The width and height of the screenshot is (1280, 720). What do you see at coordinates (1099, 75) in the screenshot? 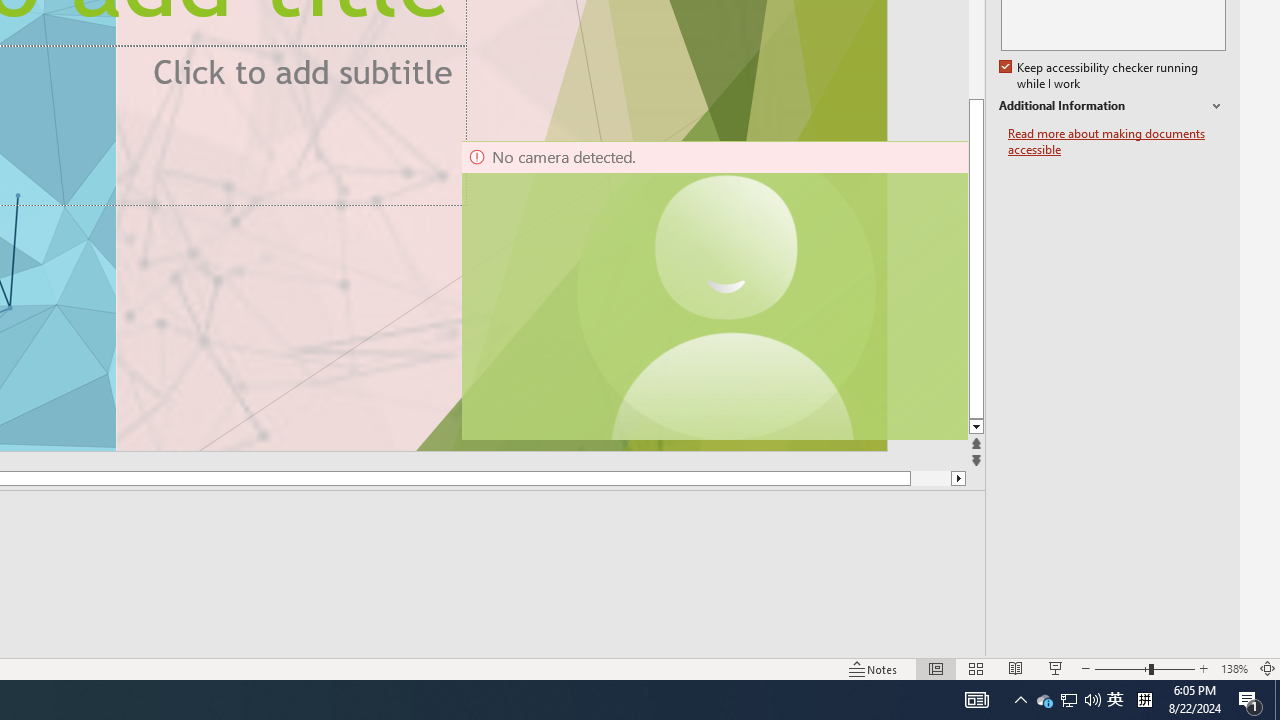
I see `'Keep accessibility checker running while I work'` at bounding box center [1099, 75].